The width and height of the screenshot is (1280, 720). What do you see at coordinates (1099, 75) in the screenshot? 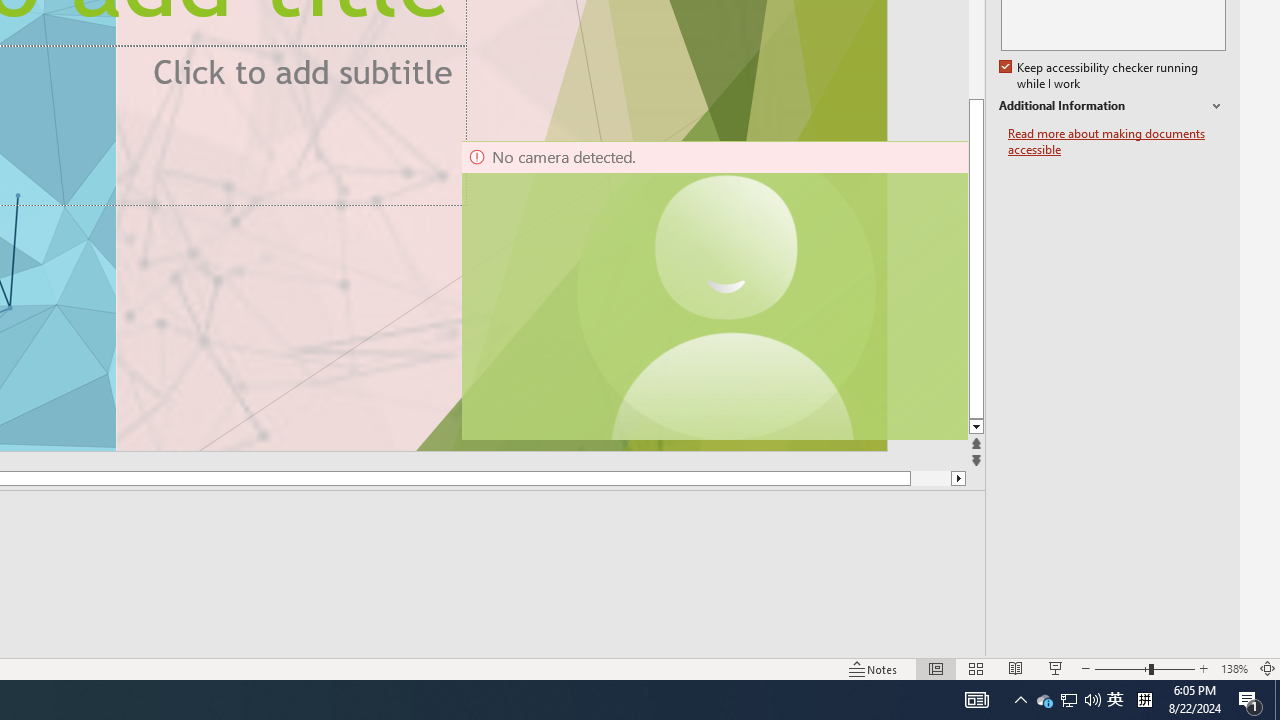
I see `'Keep accessibility checker running while I work'` at bounding box center [1099, 75].